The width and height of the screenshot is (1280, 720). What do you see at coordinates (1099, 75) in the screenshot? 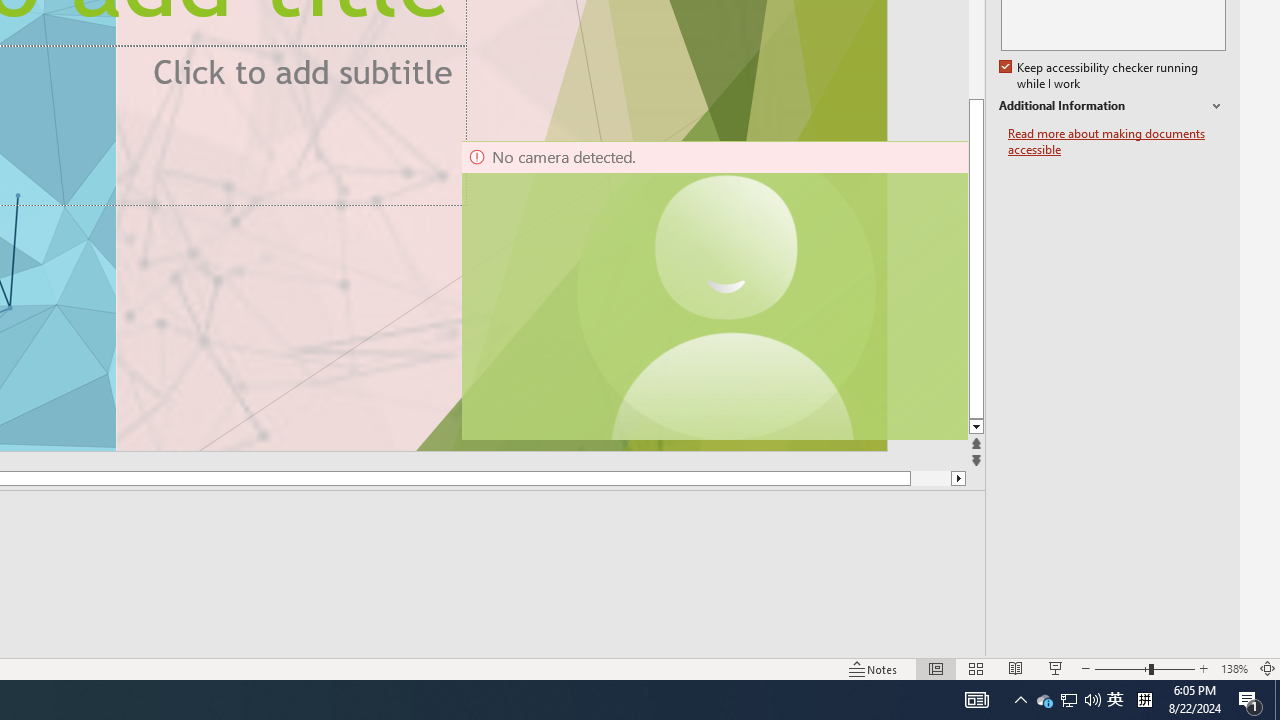
I see `'Keep accessibility checker running while I work'` at bounding box center [1099, 75].